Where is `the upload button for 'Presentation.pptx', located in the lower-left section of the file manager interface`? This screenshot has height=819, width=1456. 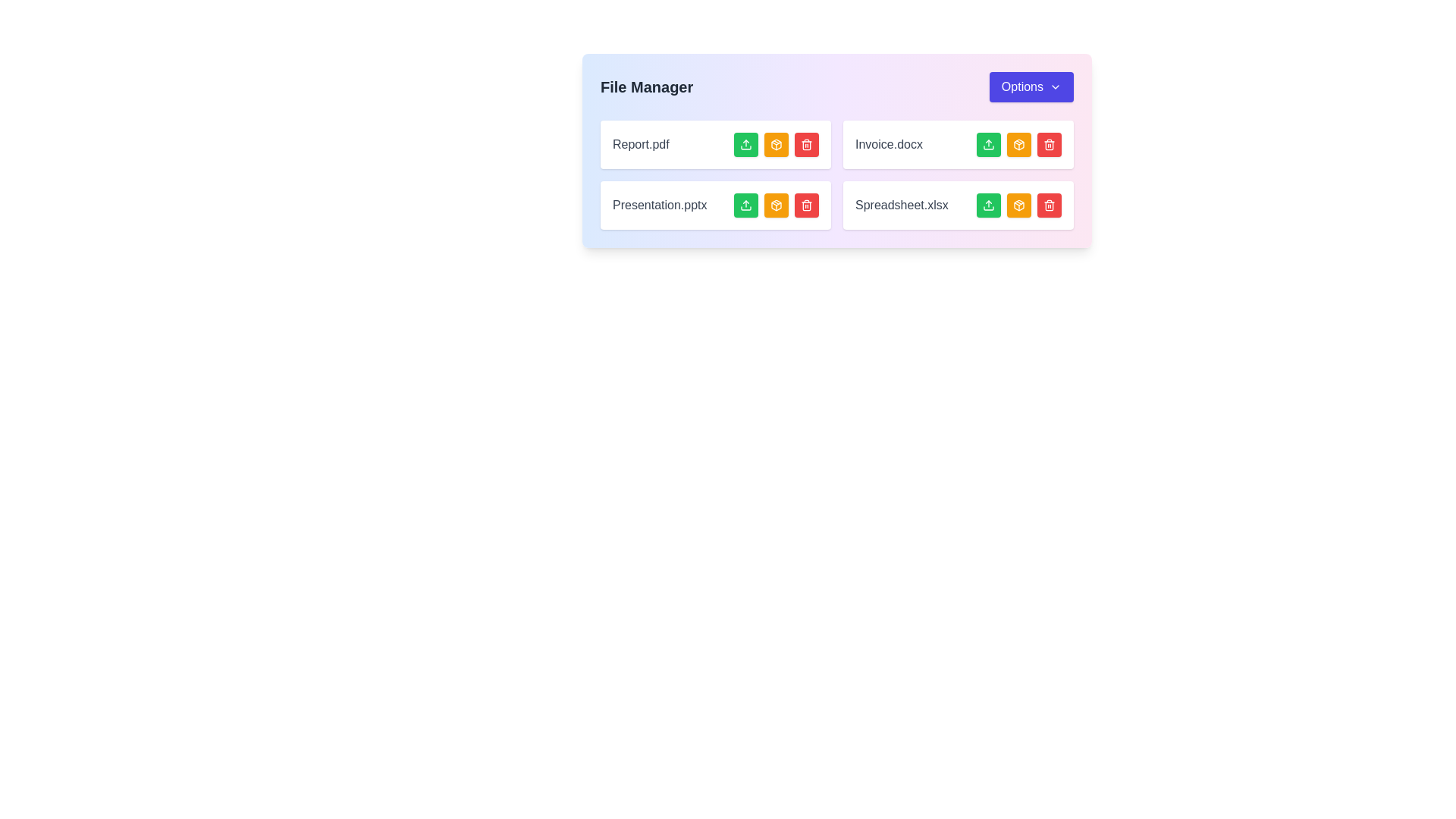 the upload button for 'Presentation.pptx', located in the lower-left section of the file manager interface is located at coordinates (745, 145).